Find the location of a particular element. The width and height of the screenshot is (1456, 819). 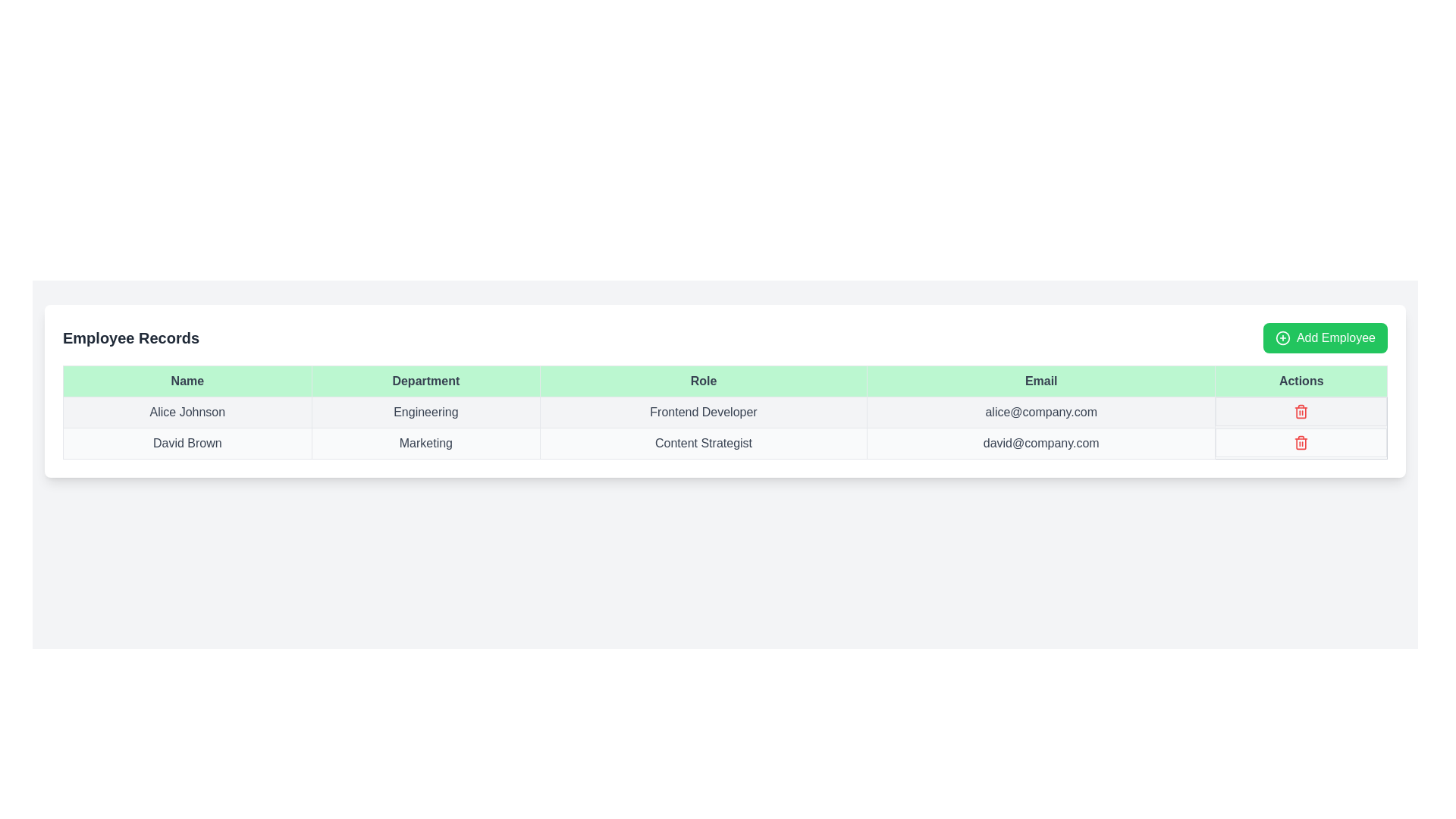

the 'Marketing' label in the second column of the second row of the data table, which displays the department name for David Brown is located at coordinates (425, 444).